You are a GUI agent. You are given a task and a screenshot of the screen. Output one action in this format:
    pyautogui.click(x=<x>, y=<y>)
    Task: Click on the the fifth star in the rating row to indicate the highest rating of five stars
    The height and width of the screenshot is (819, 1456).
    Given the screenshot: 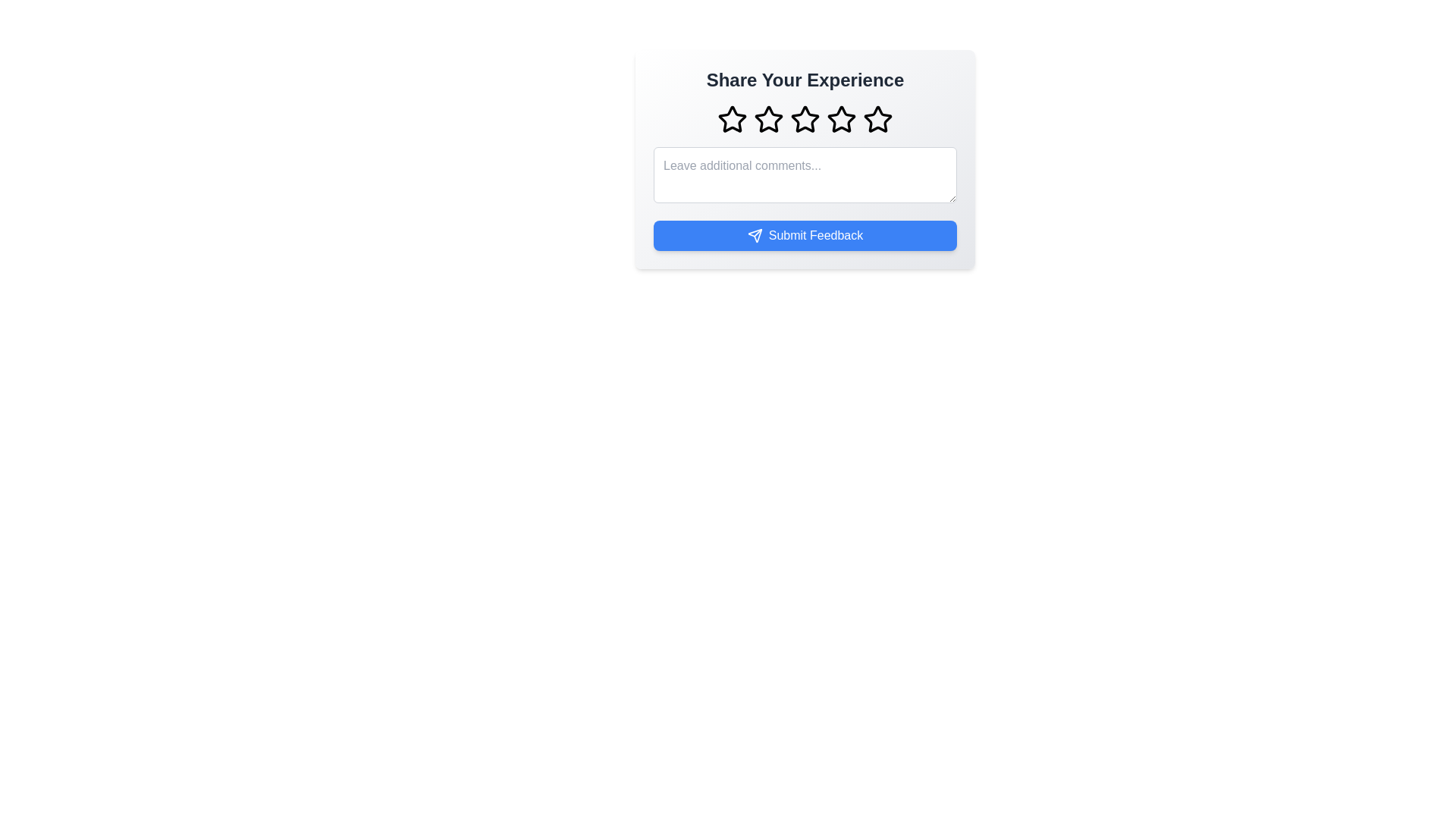 What is the action you would take?
    pyautogui.click(x=877, y=119)
    